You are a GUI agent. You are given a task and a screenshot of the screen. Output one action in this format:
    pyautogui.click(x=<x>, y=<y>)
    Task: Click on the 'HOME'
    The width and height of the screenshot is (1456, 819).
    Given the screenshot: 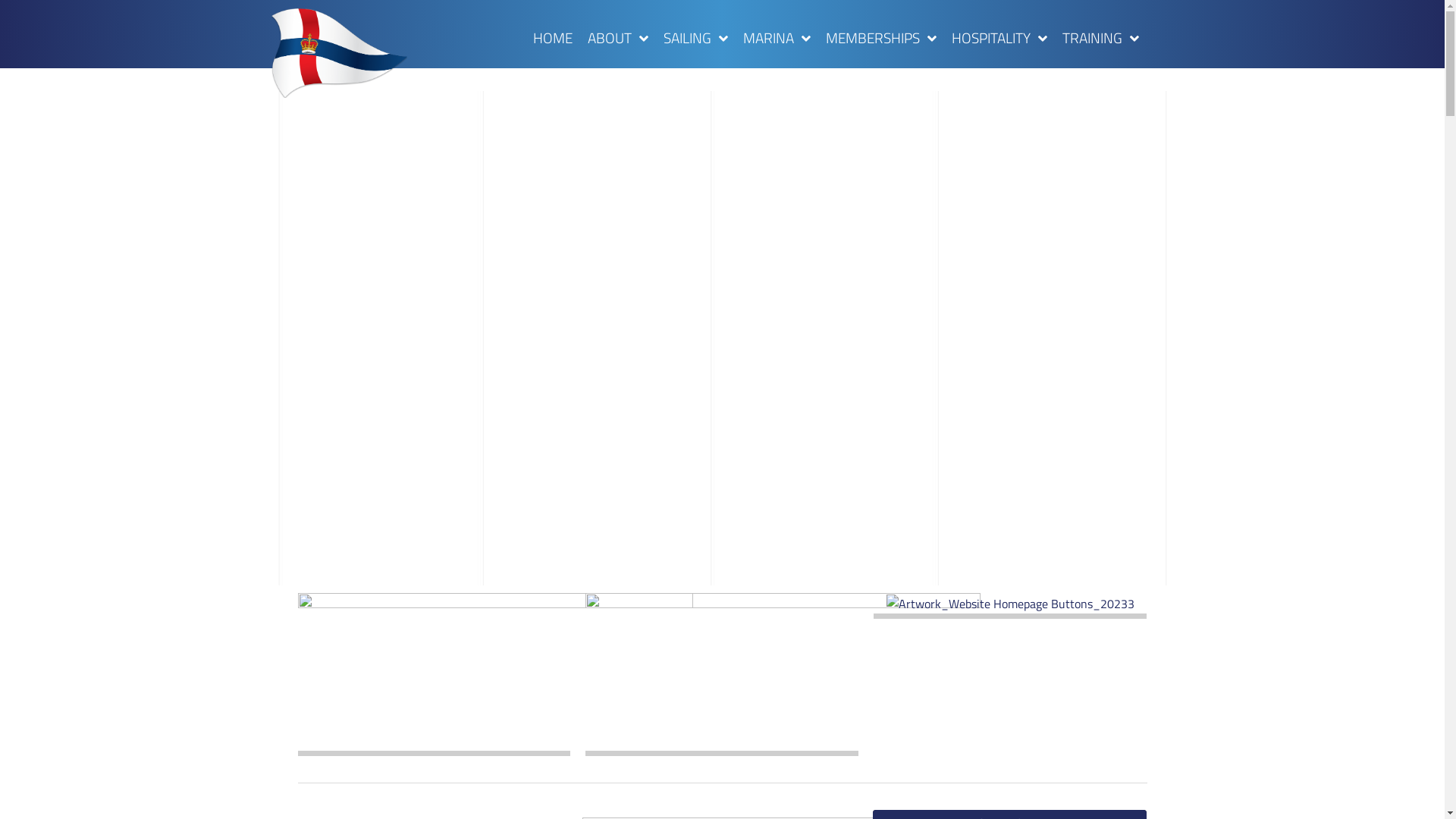 What is the action you would take?
    pyautogui.click(x=552, y=37)
    